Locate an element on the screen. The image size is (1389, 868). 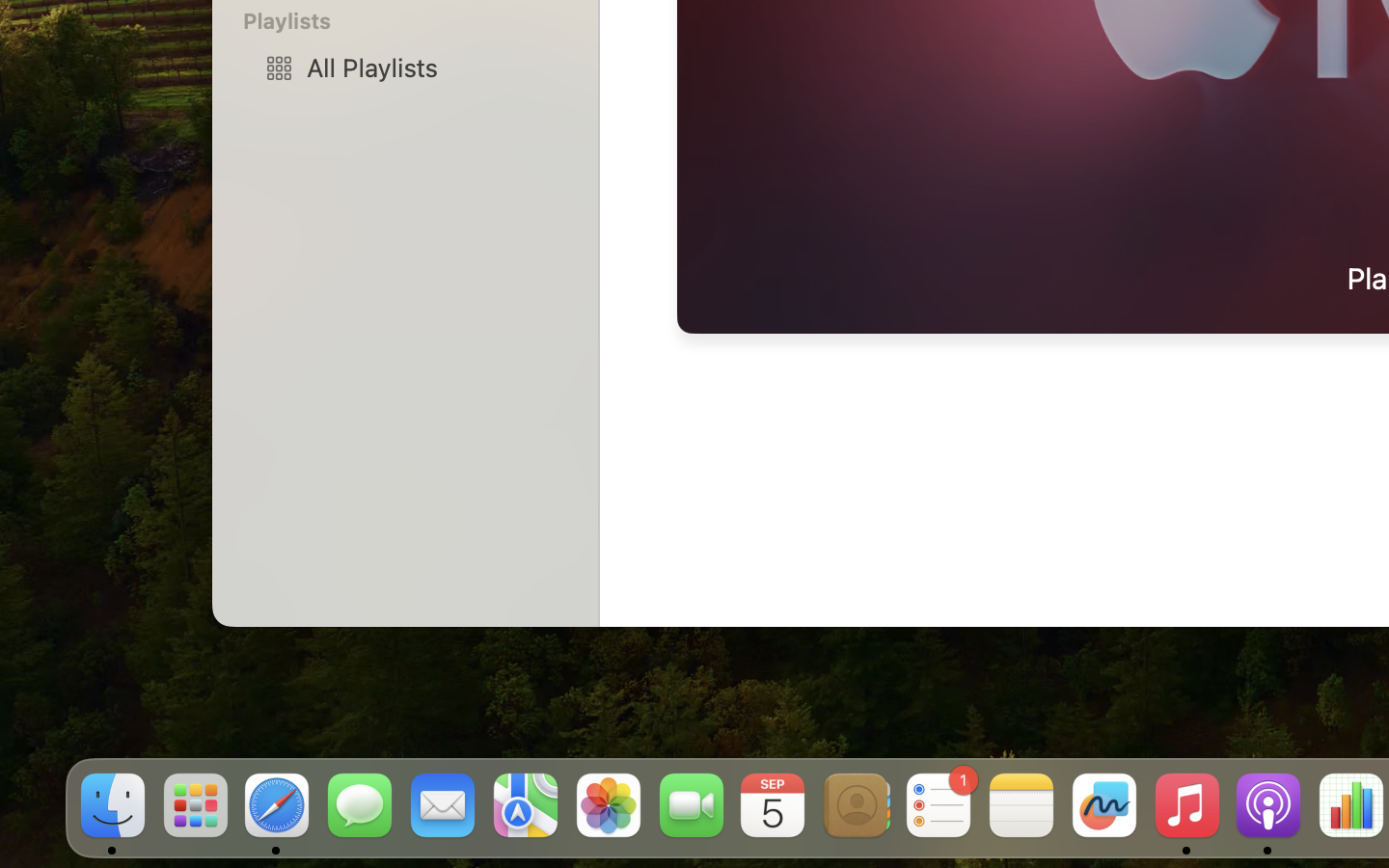
'All Playlists' is located at coordinates (435, 67).